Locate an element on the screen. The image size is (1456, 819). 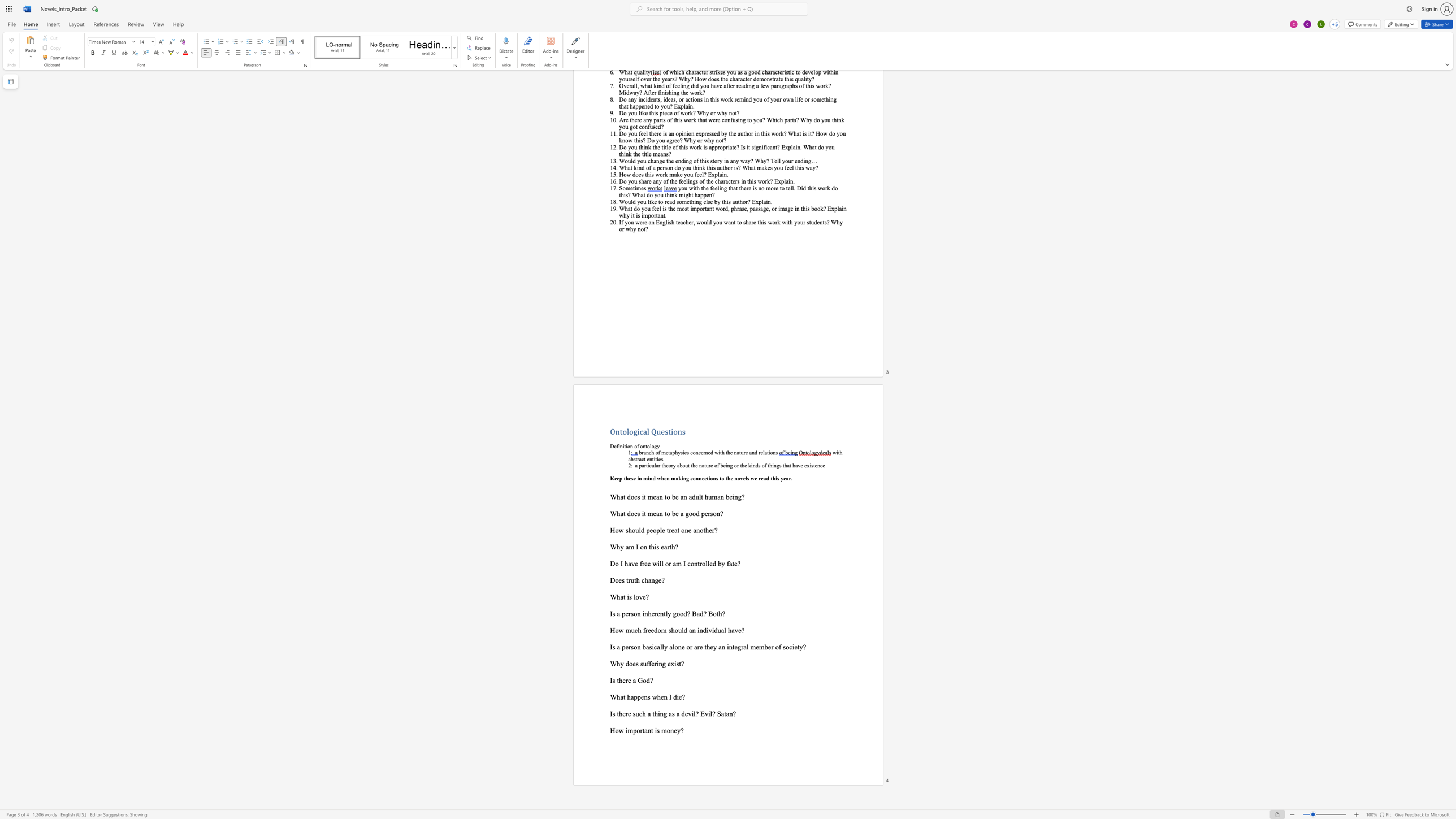
the 1th character "s" in the text is located at coordinates (613, 714).